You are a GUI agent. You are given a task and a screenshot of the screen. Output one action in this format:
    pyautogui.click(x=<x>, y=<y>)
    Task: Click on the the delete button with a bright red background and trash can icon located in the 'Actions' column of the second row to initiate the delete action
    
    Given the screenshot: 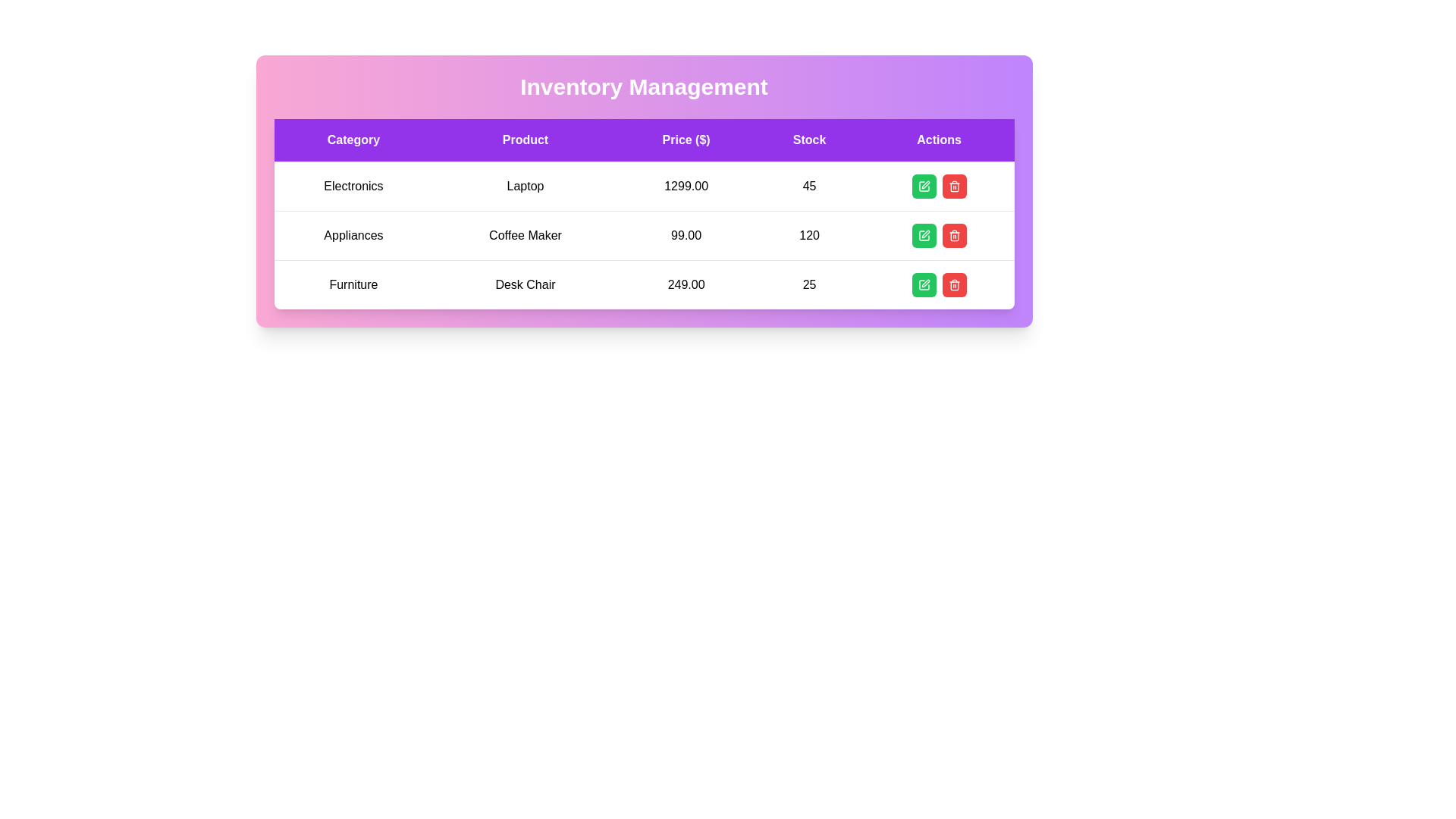 What is the action you would take?
    pyautogui.click(x=953, y=236)
    